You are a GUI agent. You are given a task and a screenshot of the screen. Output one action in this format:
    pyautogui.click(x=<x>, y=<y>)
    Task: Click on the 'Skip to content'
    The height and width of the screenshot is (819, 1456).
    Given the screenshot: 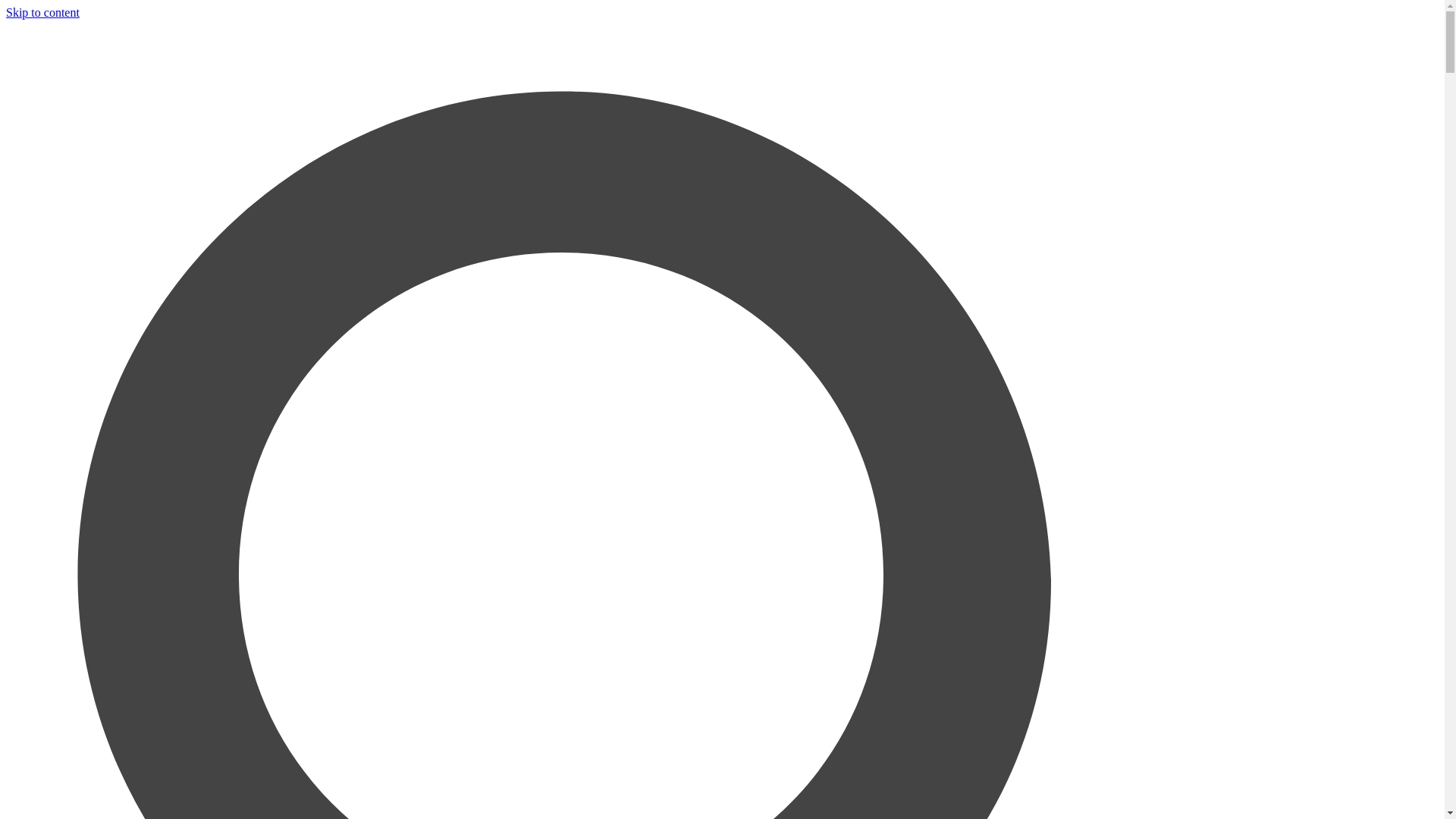 What is the action you would take?
    pyautogui.click(x=42, y=12)
    